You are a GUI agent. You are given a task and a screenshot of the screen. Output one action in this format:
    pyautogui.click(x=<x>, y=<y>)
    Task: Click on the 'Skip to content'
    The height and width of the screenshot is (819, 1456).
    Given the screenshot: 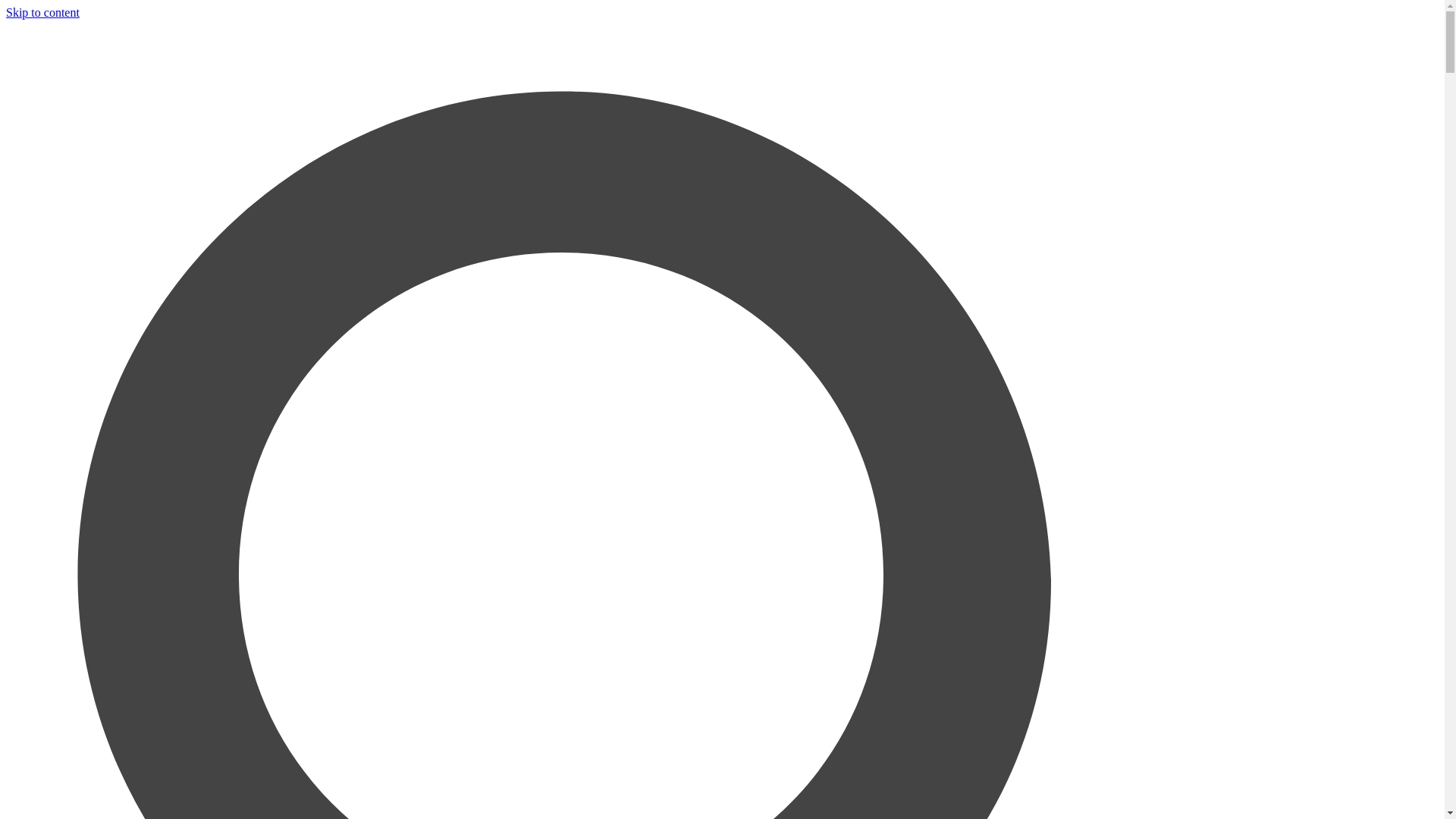 What is the action you would take?
    pyautogui.click(x=42, y=12)
    